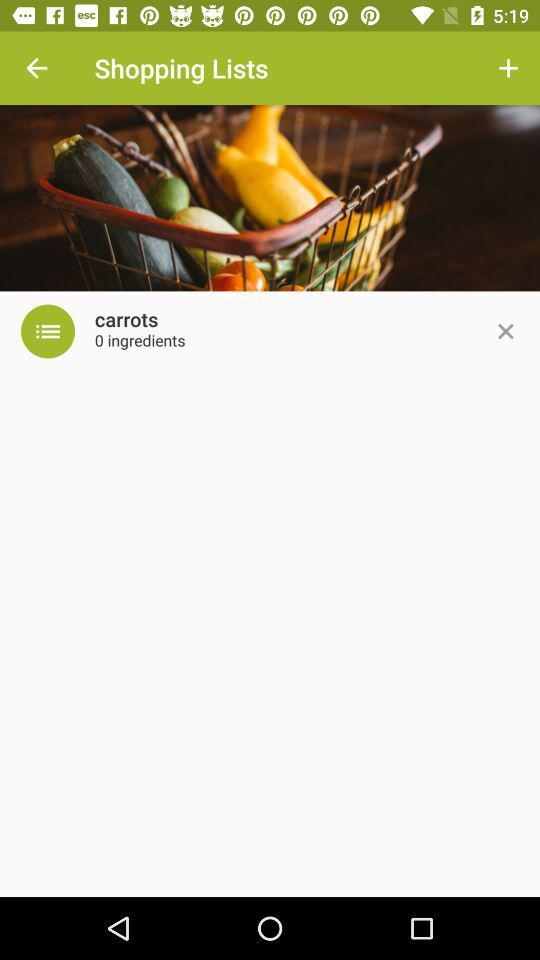  Describe the element at coordinates (139, 343) in the screenshot. I see `the 0 ingredients item` at that location.